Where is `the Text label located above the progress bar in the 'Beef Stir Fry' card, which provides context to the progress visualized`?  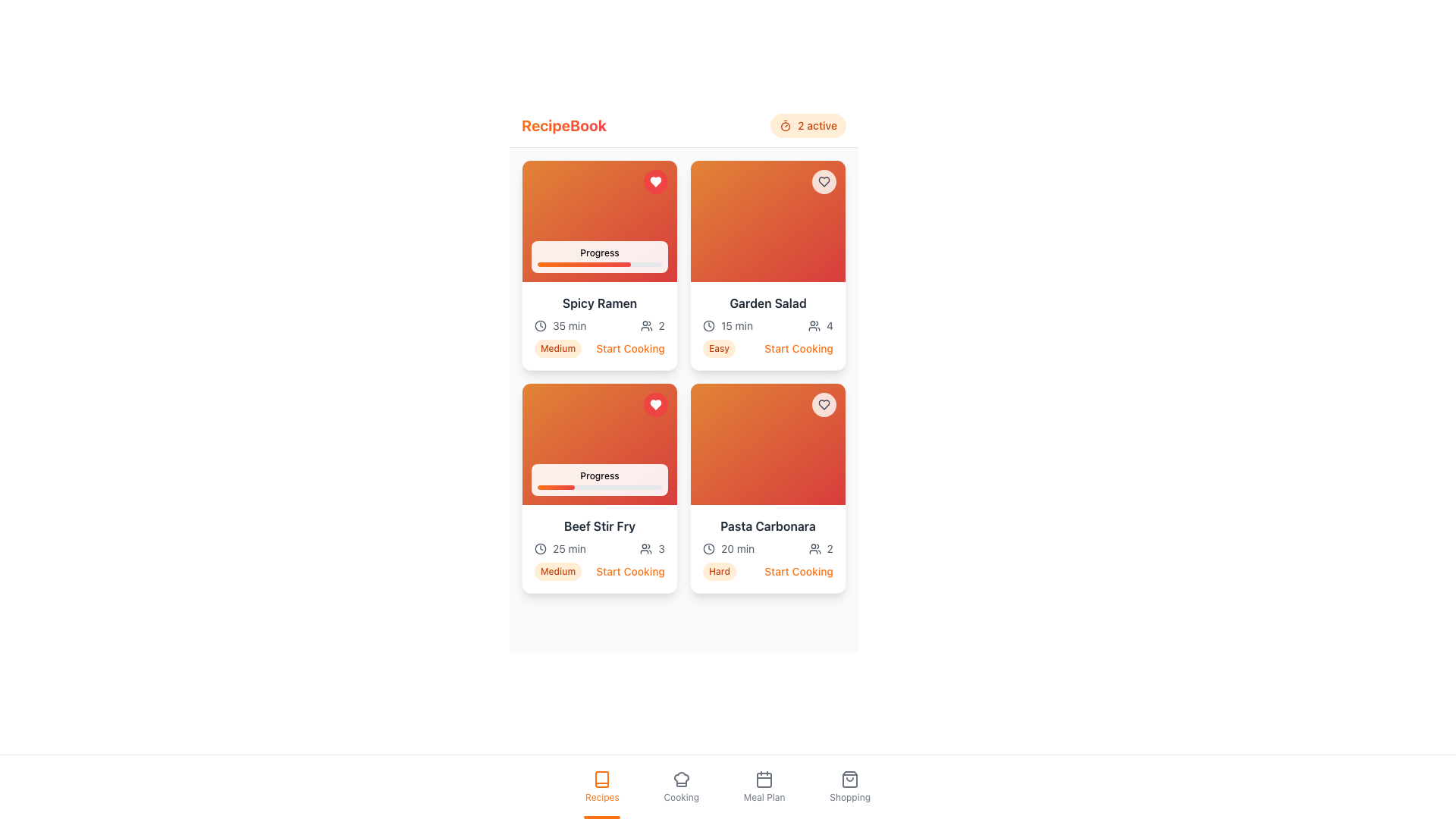
the Text label located above the progress bar in the 'Beef Stir Fry' card, which provides context to the progress visualized is located at coordinates (599, 475).